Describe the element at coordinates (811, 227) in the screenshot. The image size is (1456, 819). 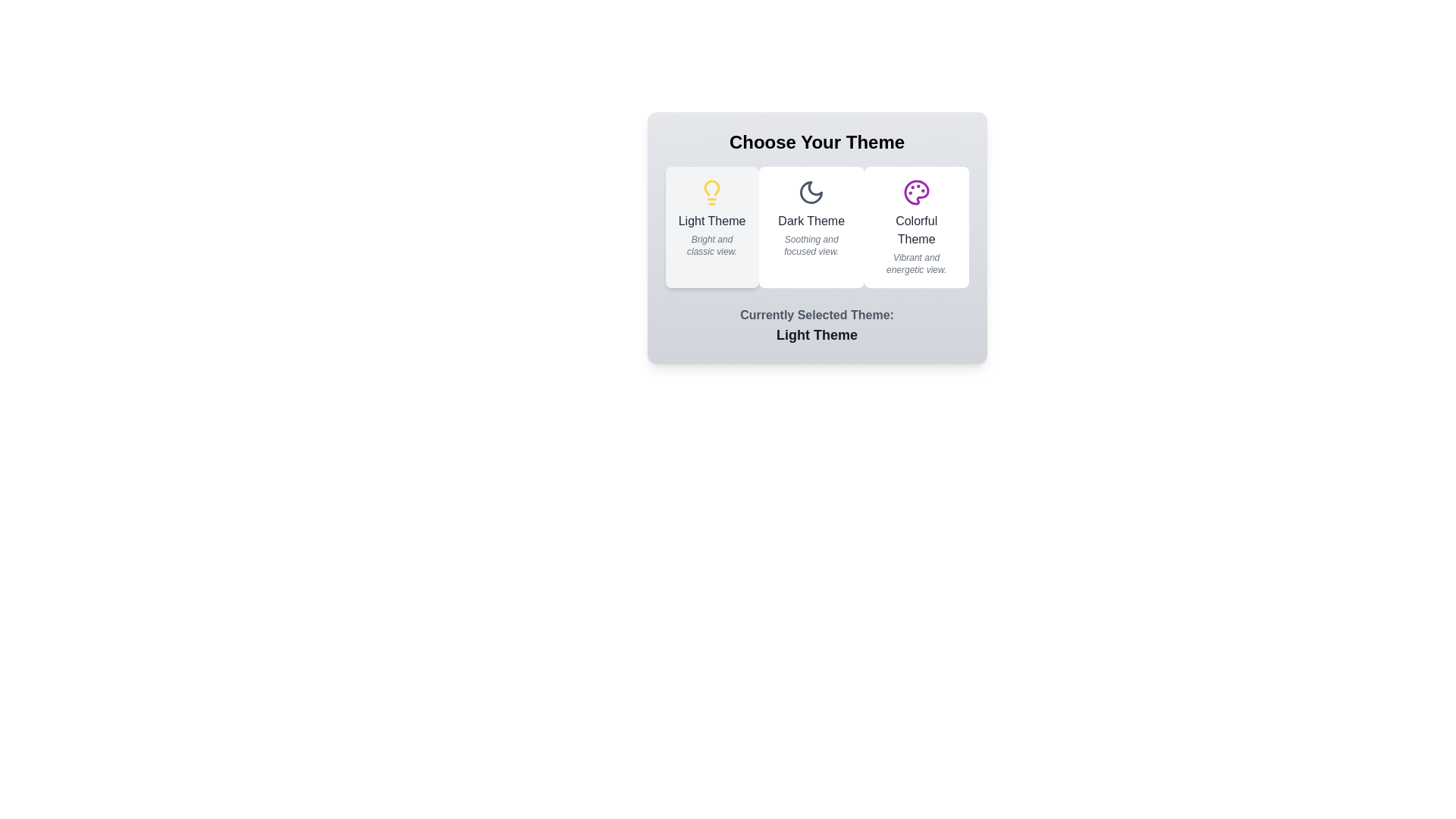
I see `the button corresponding to the Dark Theme theme to select it` at that location.